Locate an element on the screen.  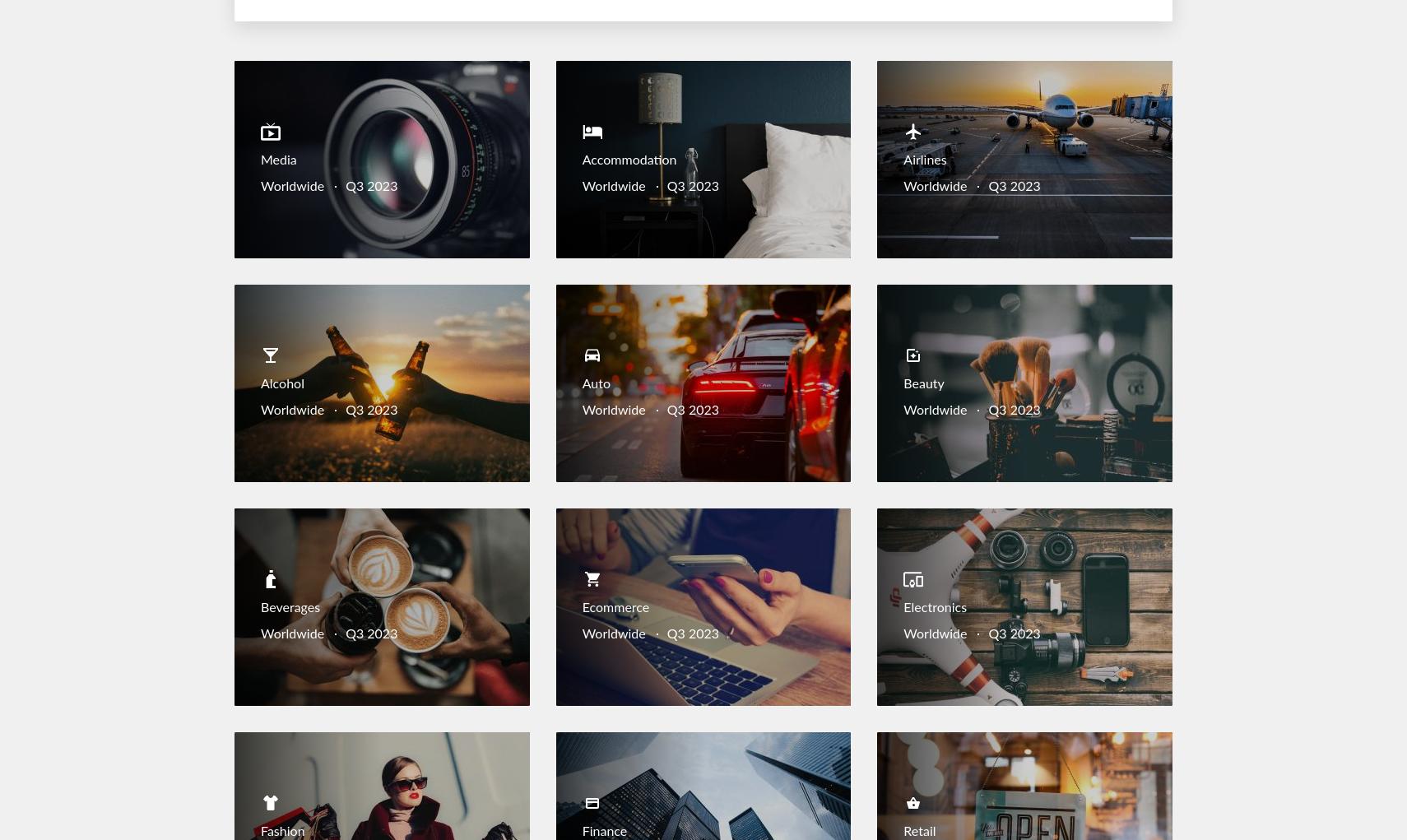
'Finance' is located at coordinates (582, 831).